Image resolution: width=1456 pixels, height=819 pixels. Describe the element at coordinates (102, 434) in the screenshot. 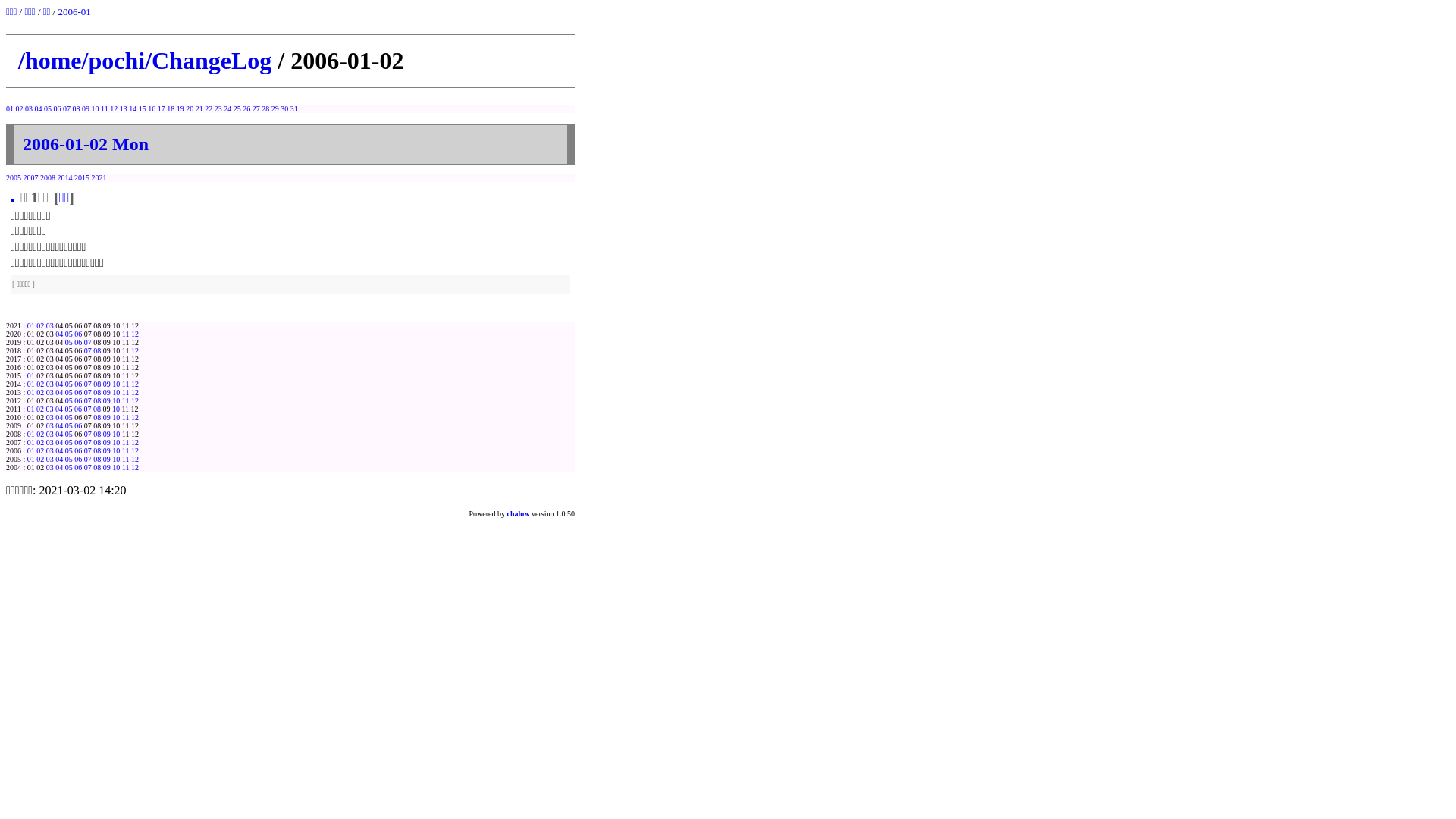

I see `'09'` at that location.